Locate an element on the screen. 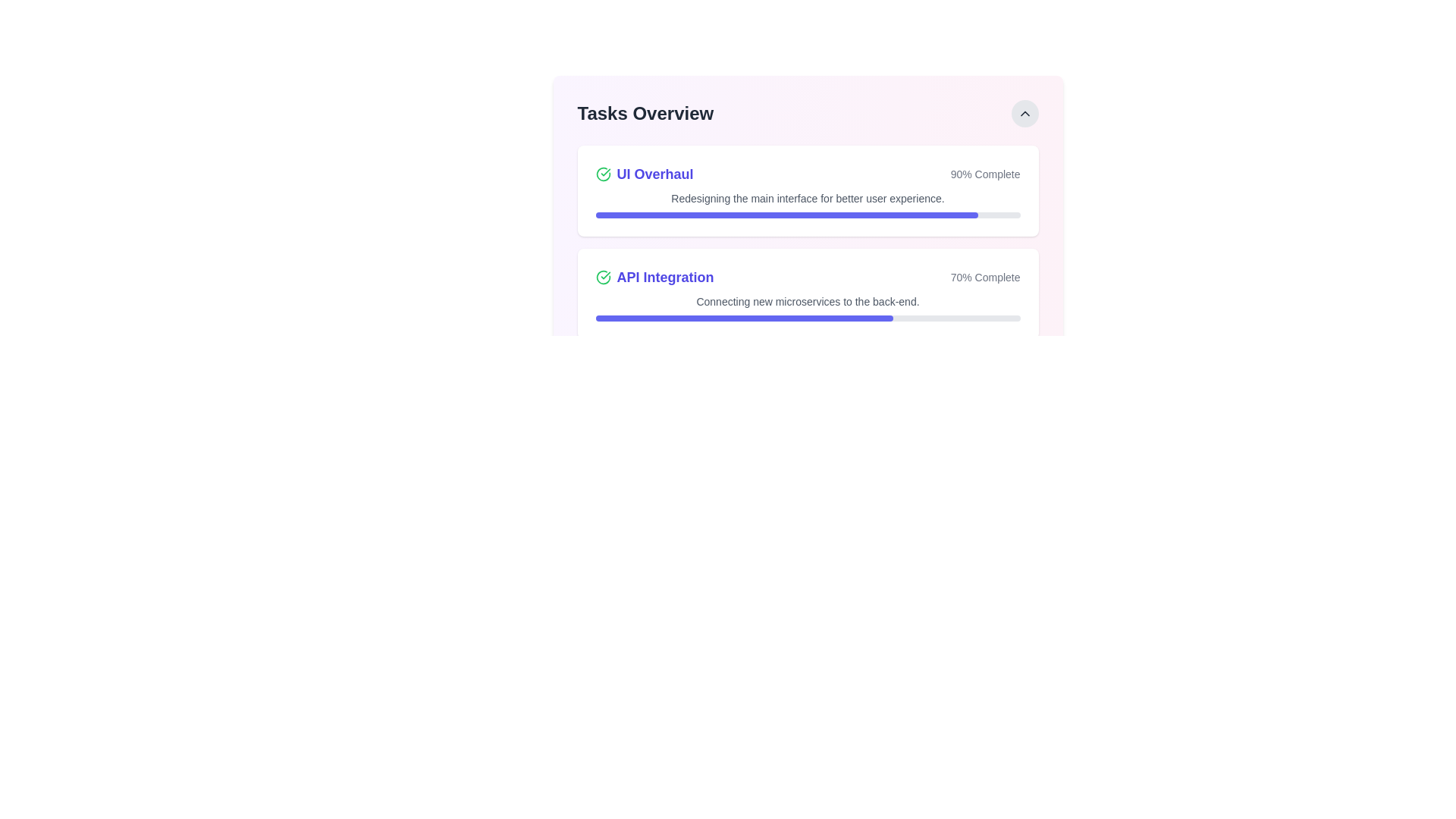  the text label displaying '70% Complete', which is styled in gray and positioned to the right of the 'API Integration' heading is located at coordinates (985, 278).